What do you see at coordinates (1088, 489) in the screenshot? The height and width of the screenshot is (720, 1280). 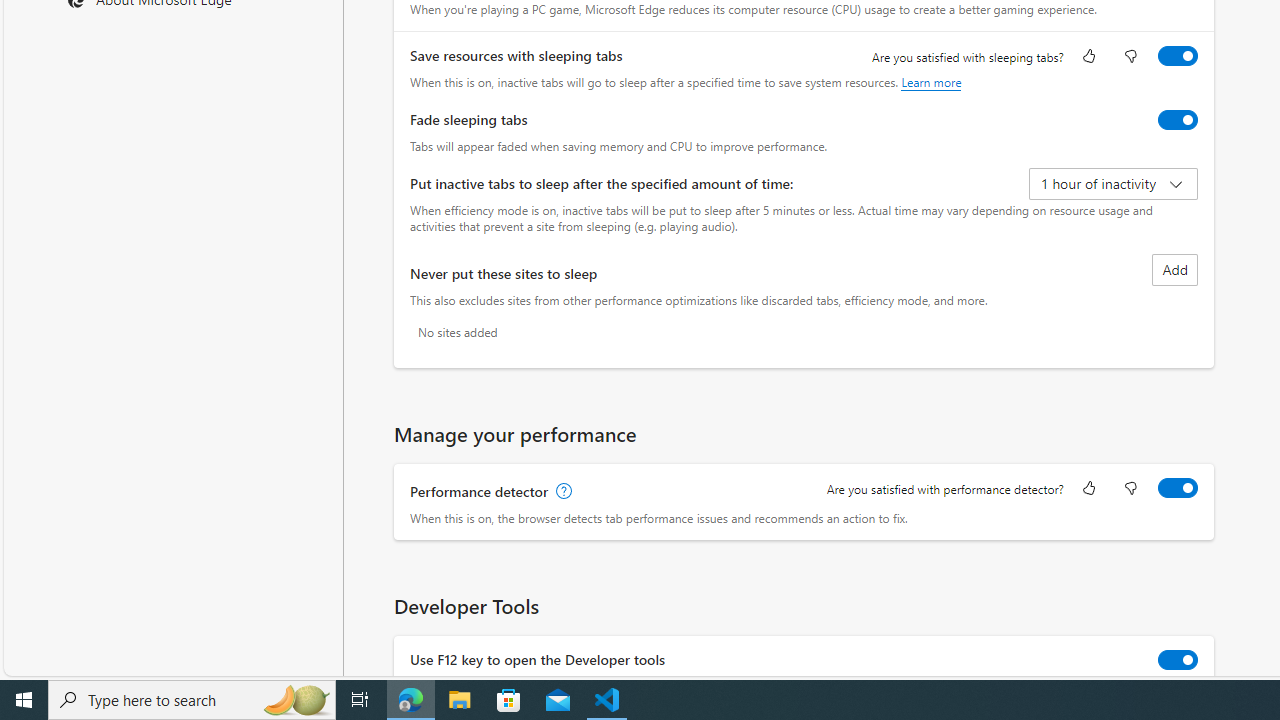 I see `'Like'` at bounding box center [1088, 489].